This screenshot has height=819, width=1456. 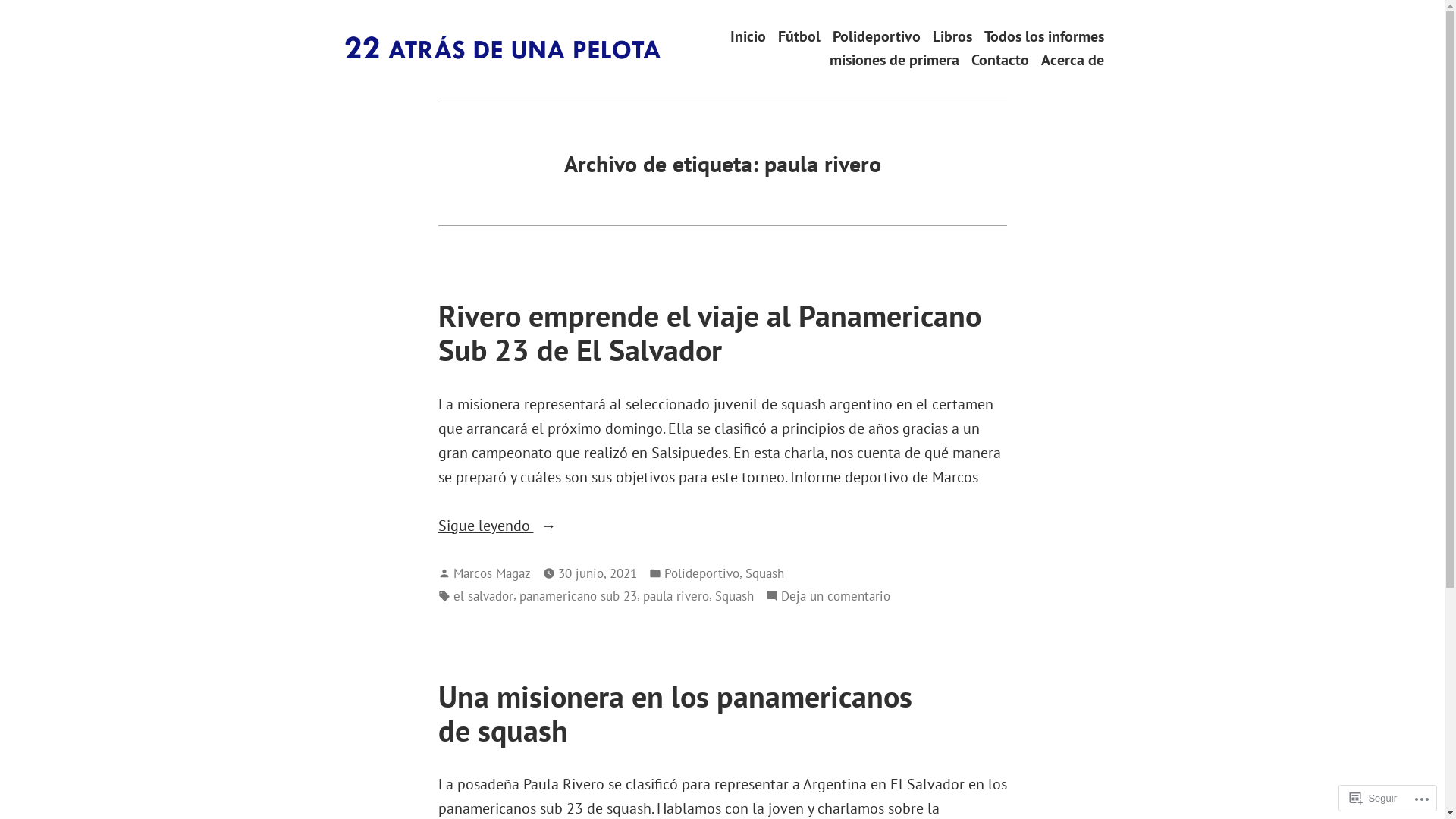 What do you see at coordinates (984, 35) in the screenshot?
I see `'Todos los informes'` at bounding box center [984, 35].